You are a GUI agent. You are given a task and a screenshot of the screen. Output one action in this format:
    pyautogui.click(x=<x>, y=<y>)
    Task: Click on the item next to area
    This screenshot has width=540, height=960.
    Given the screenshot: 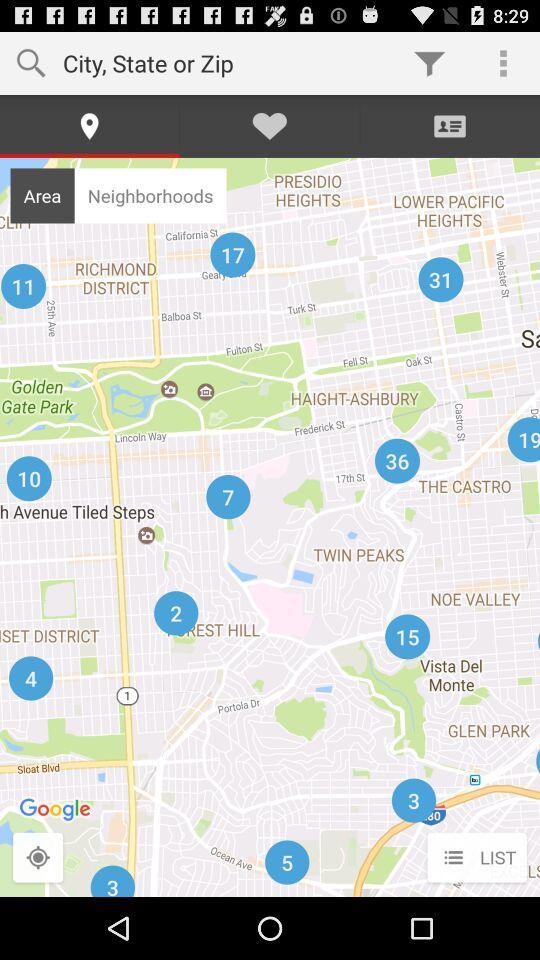 What is the action you would take?
    pyautogui.click(x=149, y=195)
    